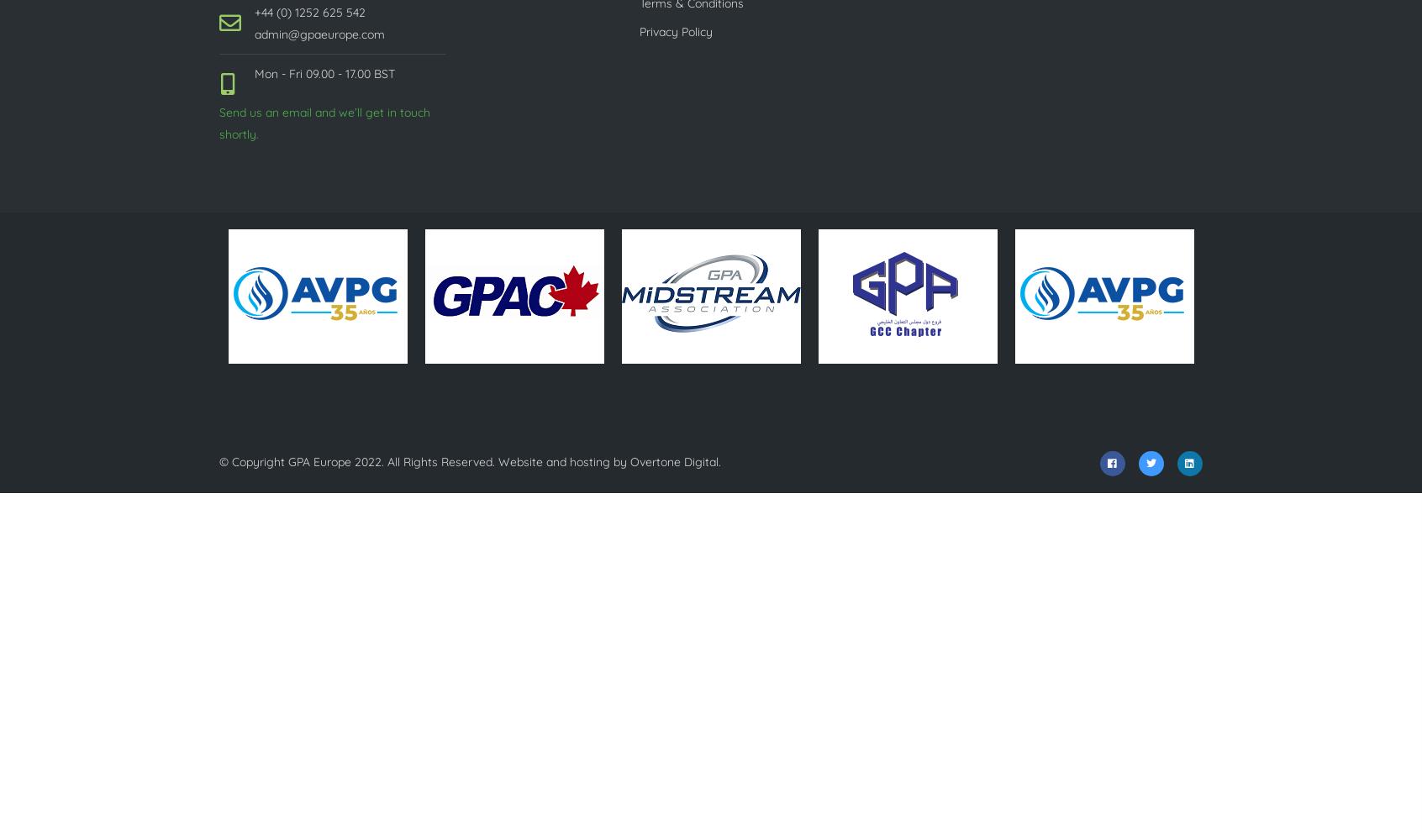 The height and width of the screenshot is (840, 1422). Describe the element at coordinates (324, 123) in the screenshot. I see `'Send us an email and we’ll get in touch shortly.'` at that location.